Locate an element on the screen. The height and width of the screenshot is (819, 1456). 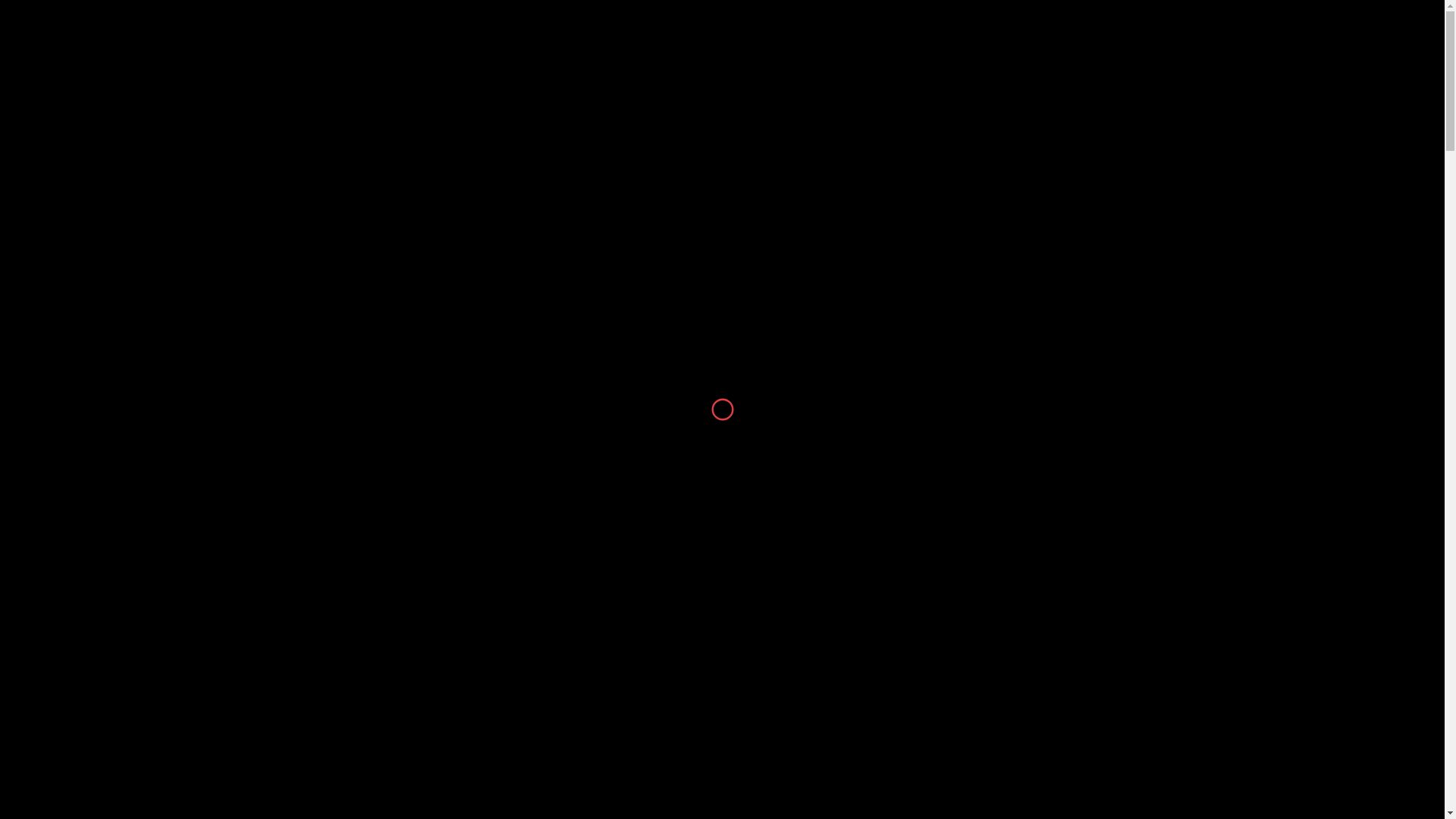
'STORE LOCATION' is located at coordinates (862, 51).